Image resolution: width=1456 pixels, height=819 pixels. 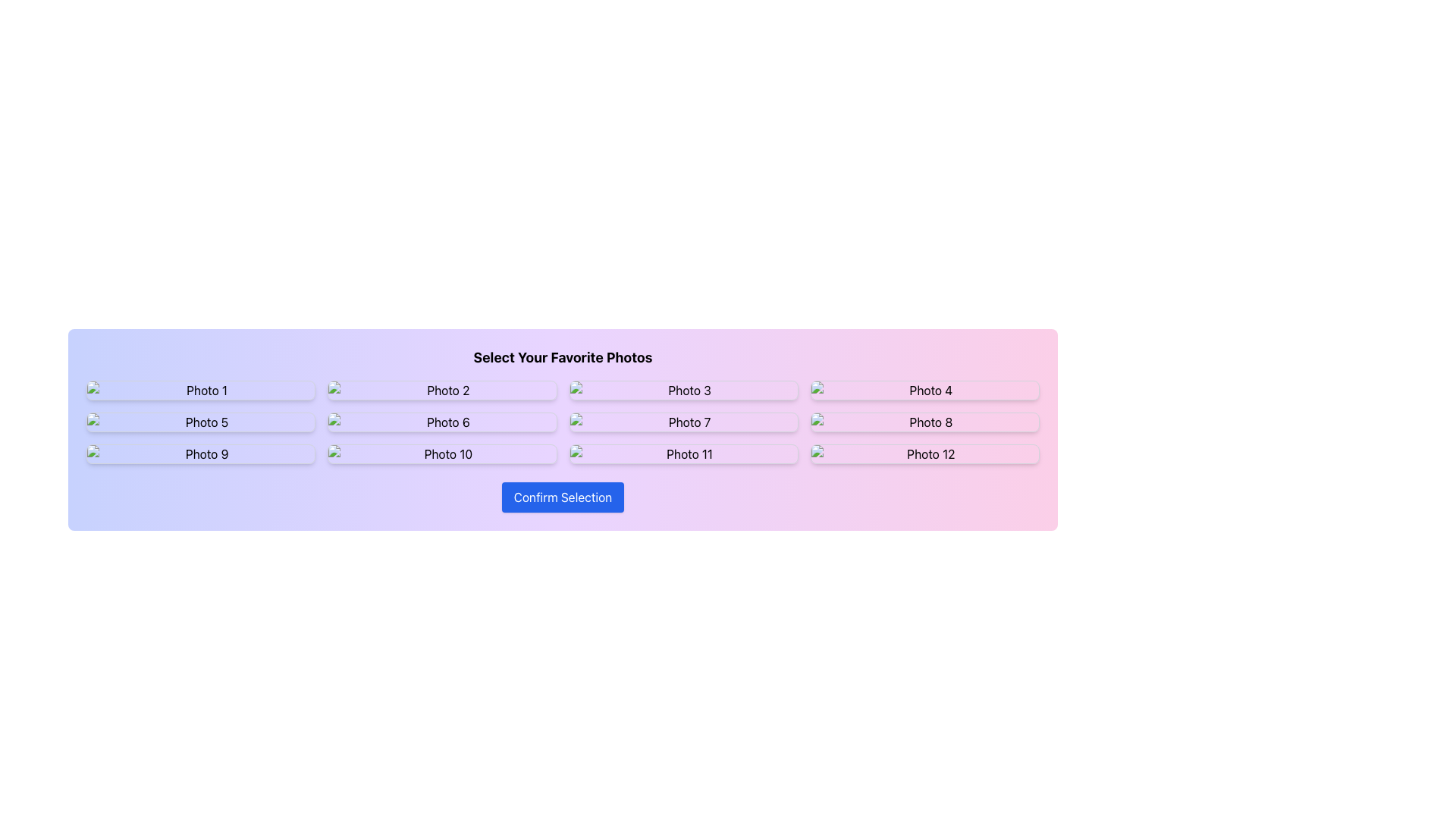 What do you see at coordinates (200, 422) in the screenshot?
I see `the rectangular image labeled 'Photo 5'` at bounding box center [200, 422].